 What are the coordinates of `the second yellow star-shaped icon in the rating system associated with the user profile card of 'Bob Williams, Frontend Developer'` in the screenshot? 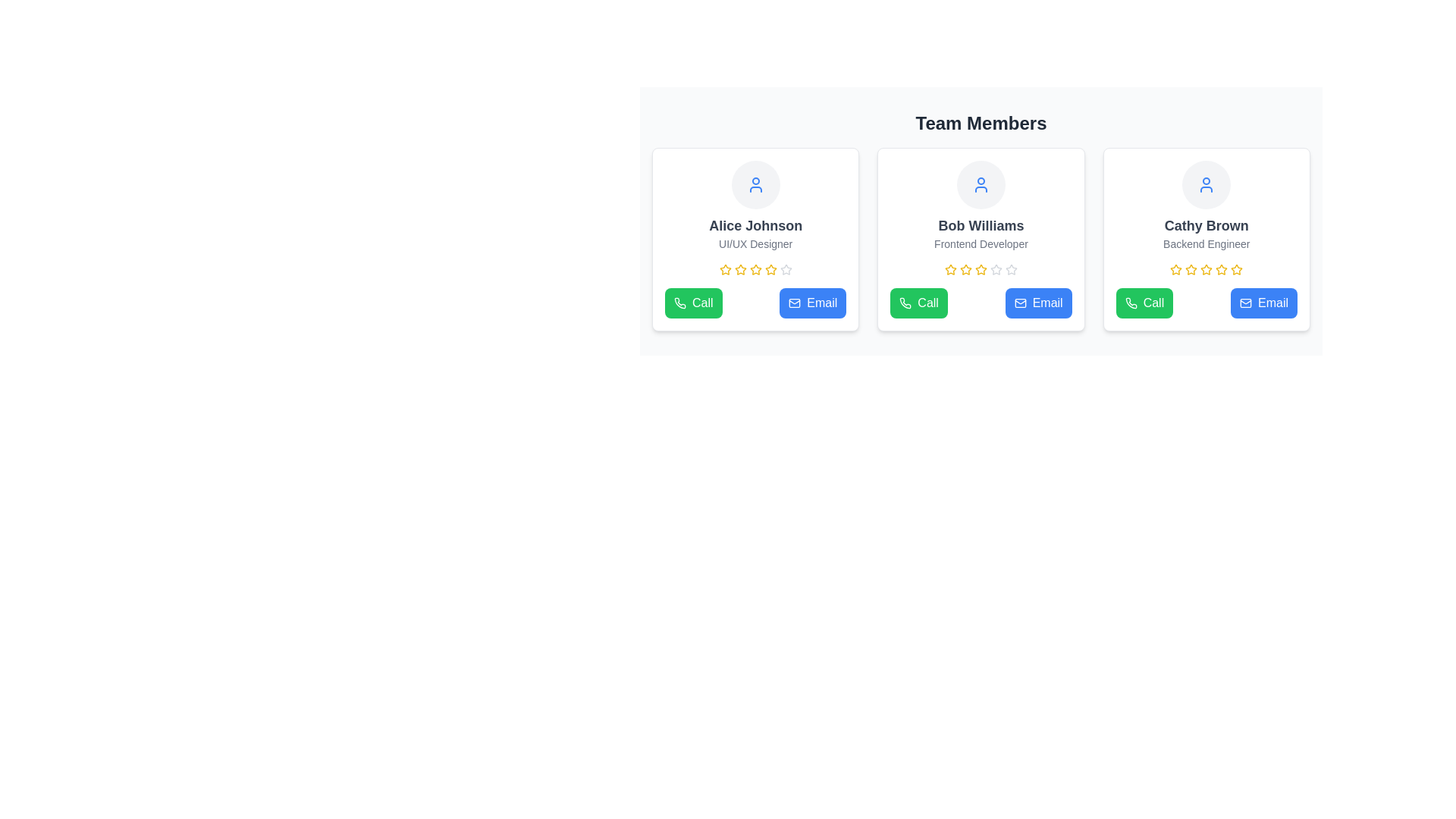 It's located at (965, 268).